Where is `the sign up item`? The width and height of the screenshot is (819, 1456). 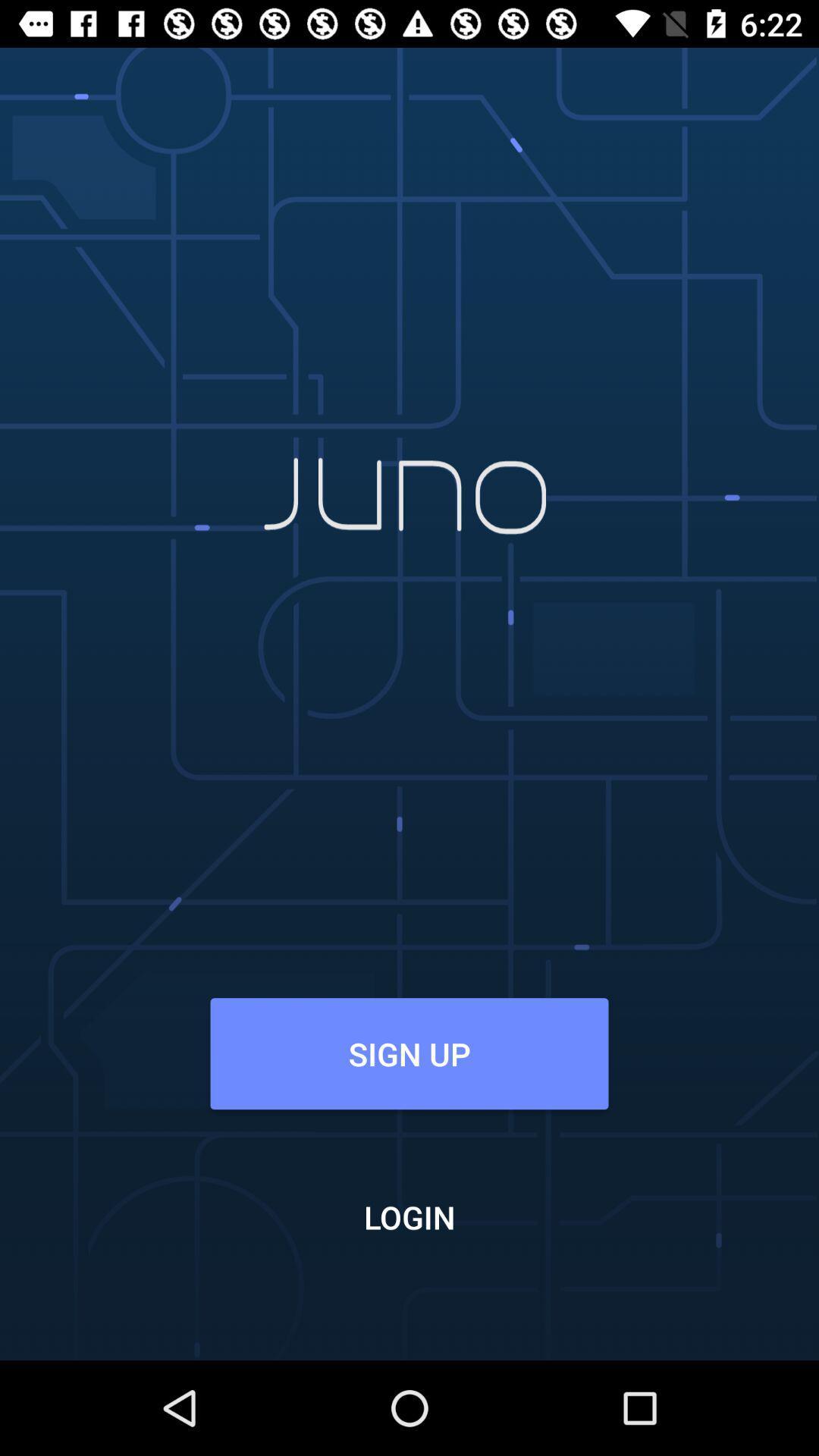 the sign up item is located at coordinates (409, 1053).